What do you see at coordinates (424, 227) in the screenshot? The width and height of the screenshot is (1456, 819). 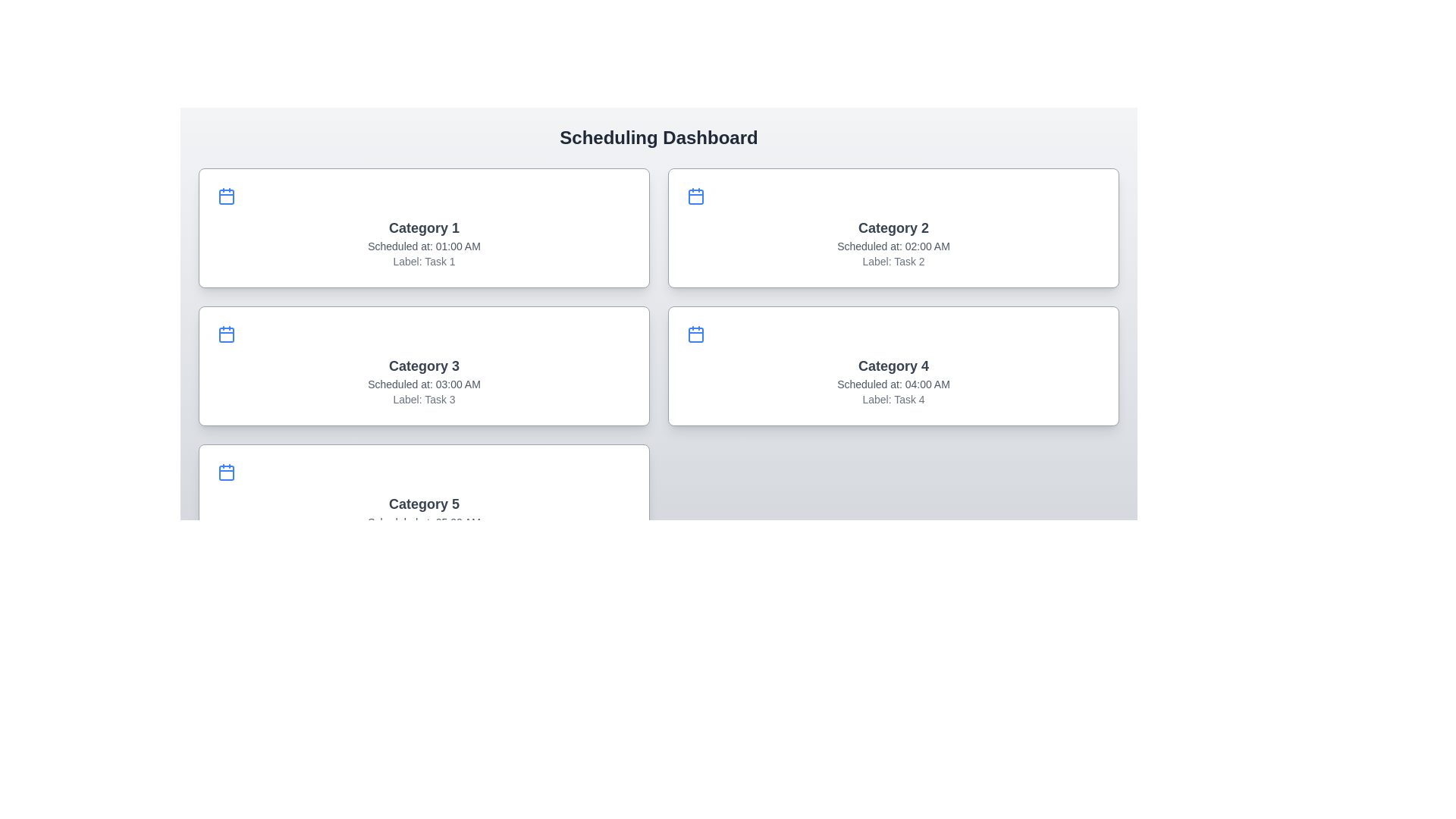 I see `the bold, dark-gray title 'Category 1' located at the top-center of the first card in the left column of the grid layout by moving the cursor to its center point` at bounding box center [424, 227].